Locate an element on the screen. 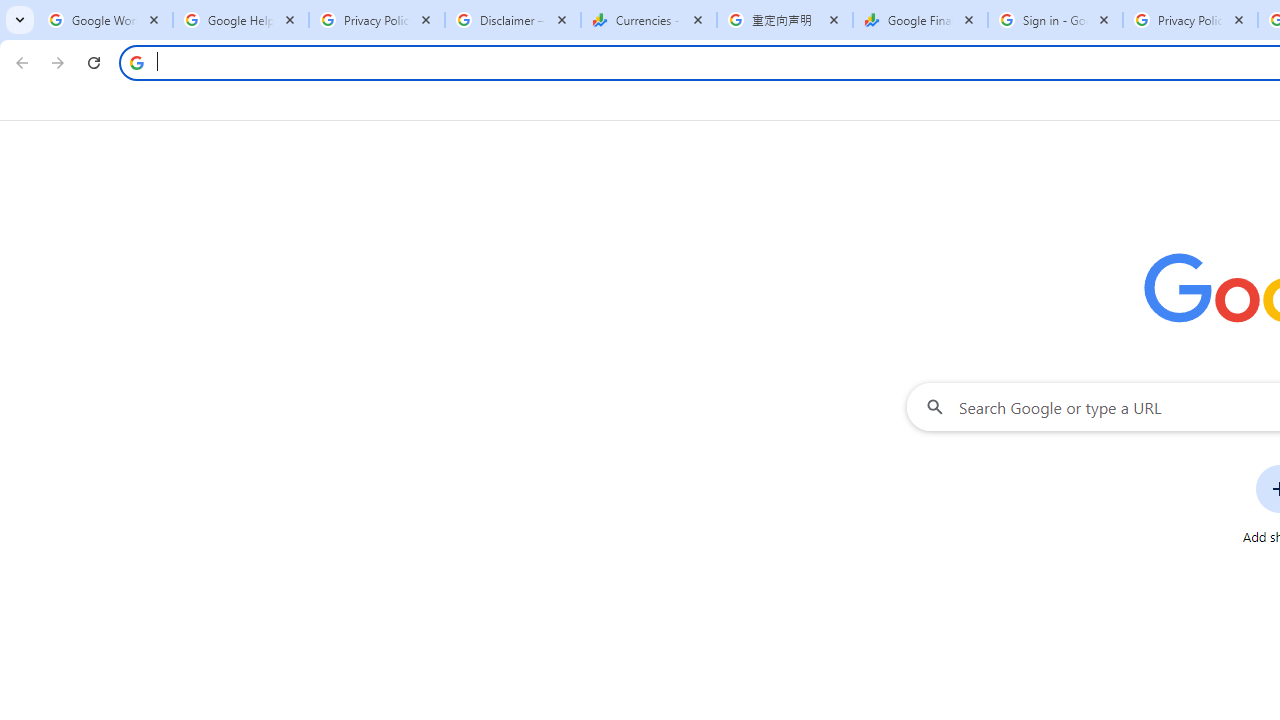 Image resolution: width=1280 pixels, height=720 pixels. 'Sign in - Google Accounts' is located at coordinates (1054, 20).